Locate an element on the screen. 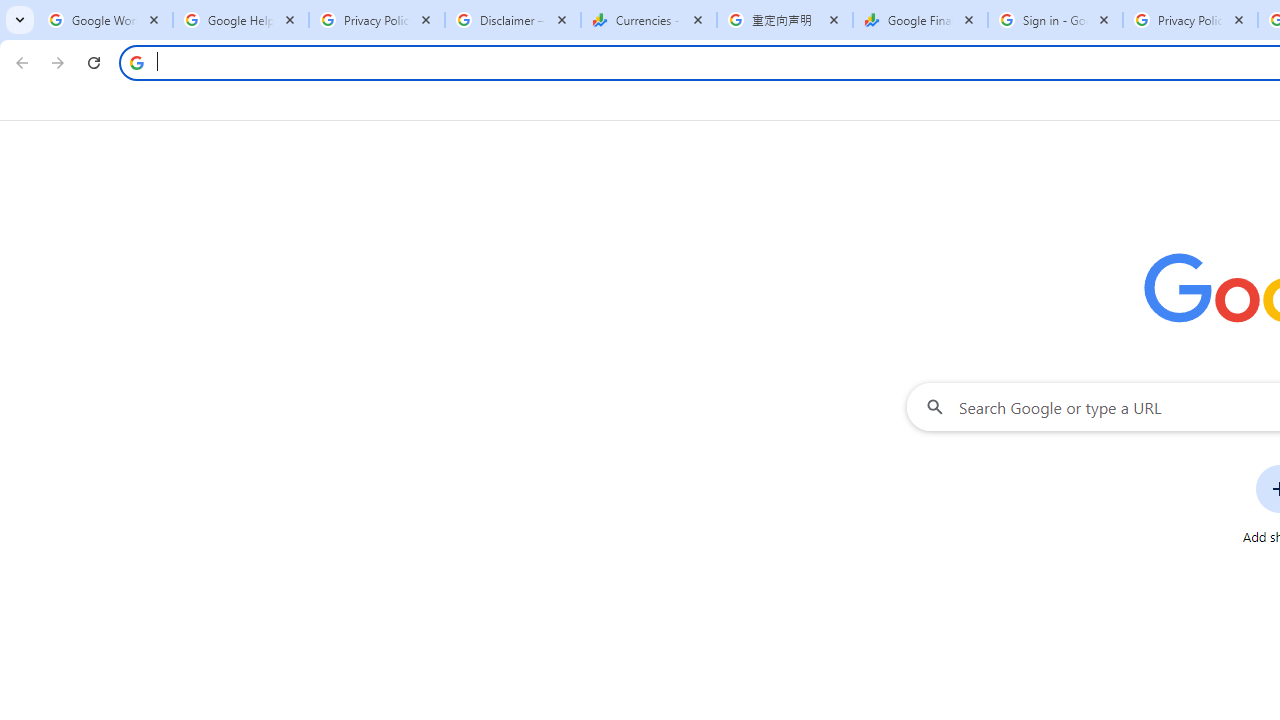 Image resolution: width=1280 pixels, height=720 pixels. 'Sign in - Google Accounts' is located at coordinates (1054, 20).